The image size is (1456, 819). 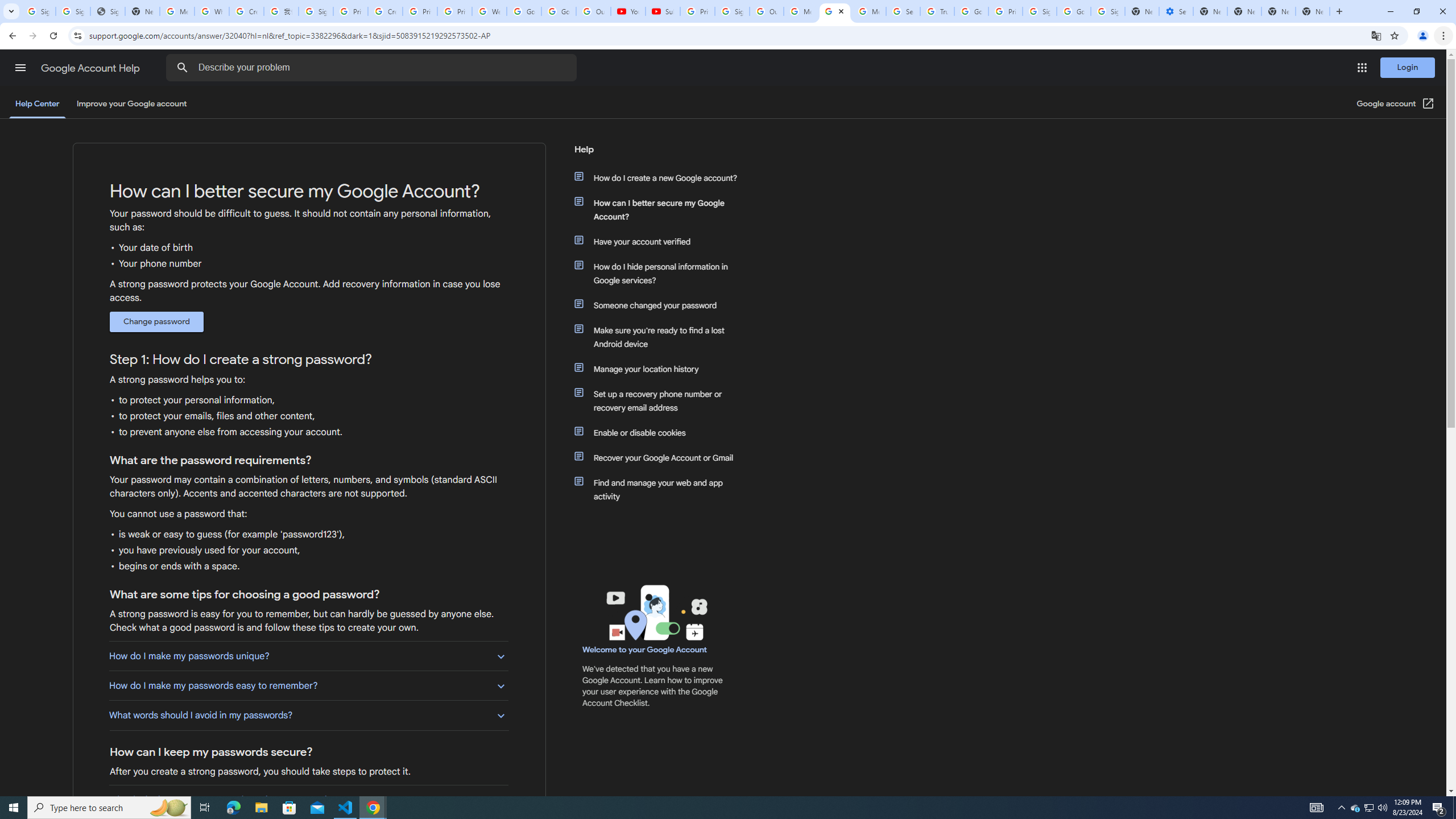 I want to click on 'Google Account (Opens in new window)', so click(x=1396, y=103).